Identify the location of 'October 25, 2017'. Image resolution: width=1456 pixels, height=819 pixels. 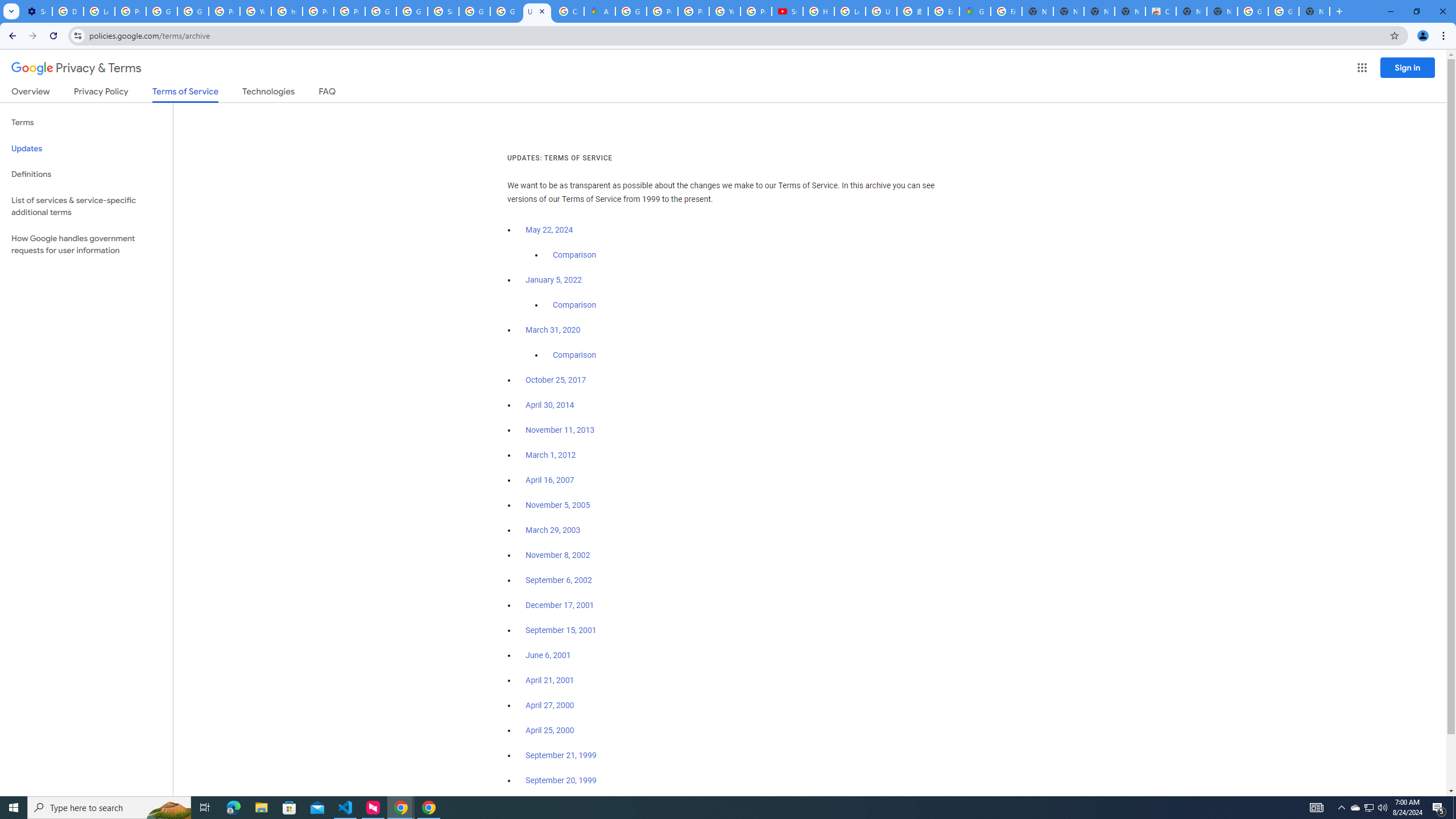
(556, 379).